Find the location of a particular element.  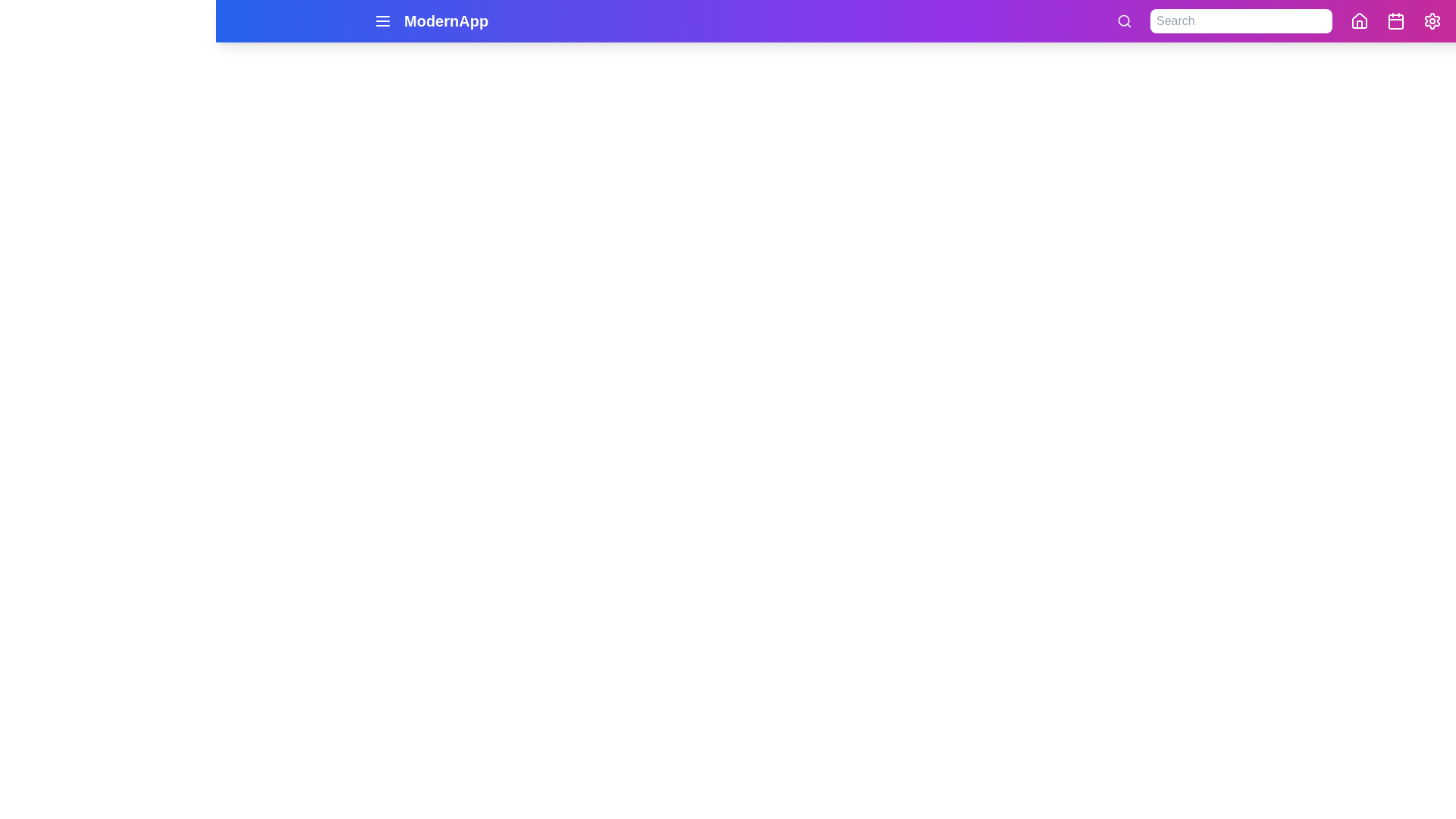

the gear icon located in the purple top navigation bar at the rightmost end is located at coordinates (1432, 20).